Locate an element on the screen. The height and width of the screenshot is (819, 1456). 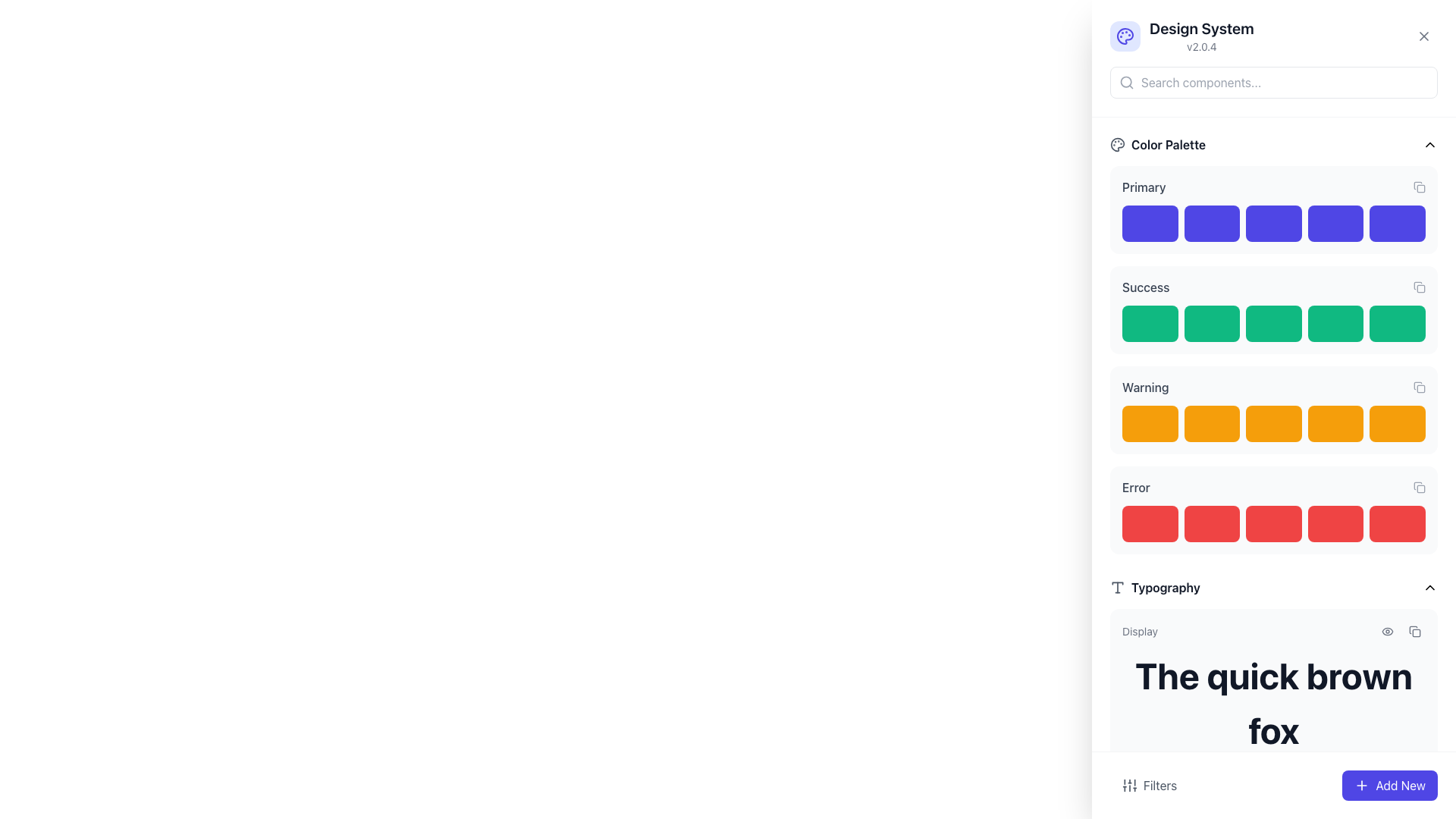
the Icon button located to the far right of the 'Success' row in the 'Color Palette' group to change its color is located at coordinates (1419, 287).